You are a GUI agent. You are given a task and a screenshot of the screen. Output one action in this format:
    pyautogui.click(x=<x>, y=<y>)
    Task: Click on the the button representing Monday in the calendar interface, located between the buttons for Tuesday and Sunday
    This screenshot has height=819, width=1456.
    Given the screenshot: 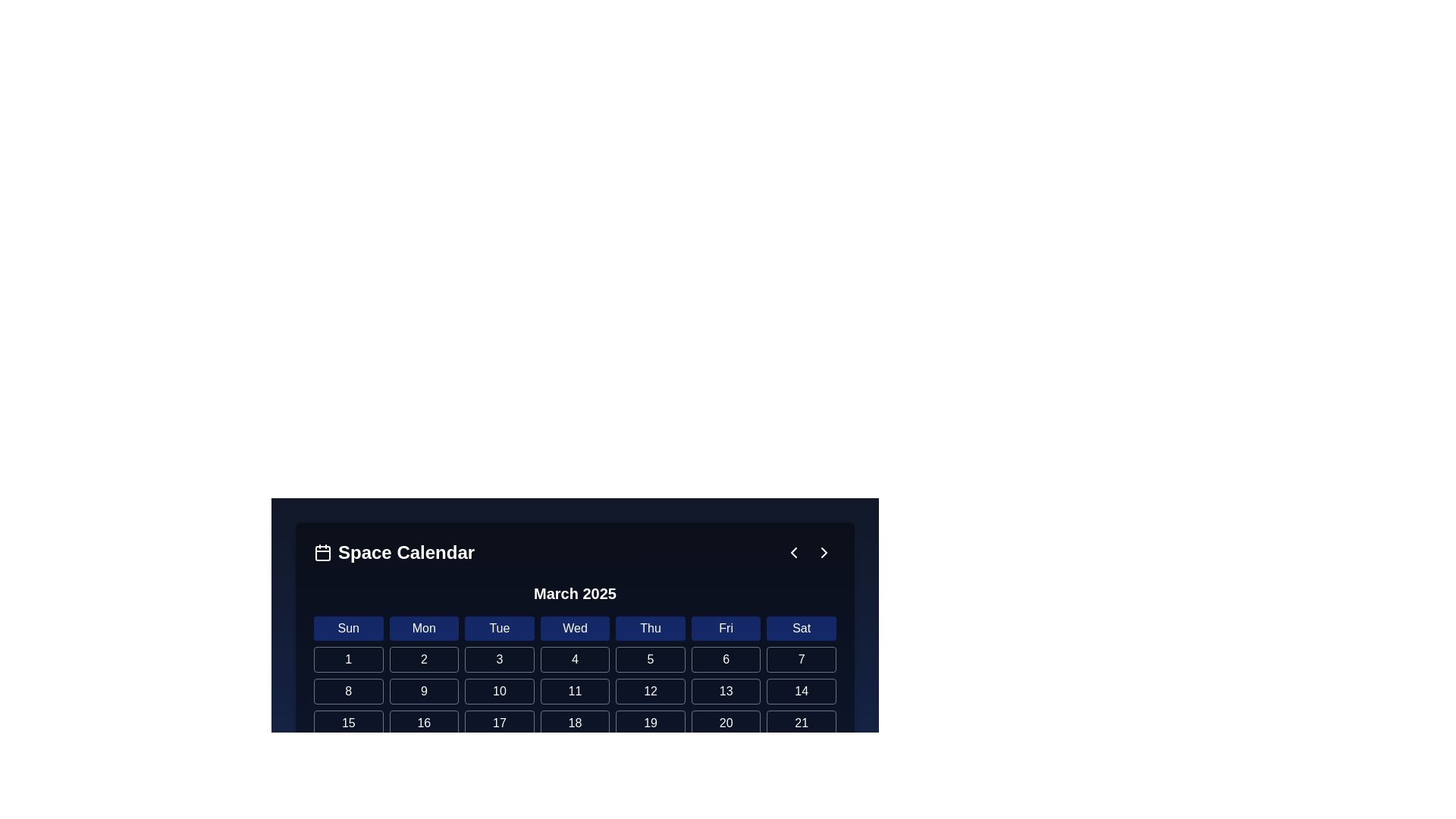 What is the action you would take?
    pyautogui.click(x=424, y=629)
    